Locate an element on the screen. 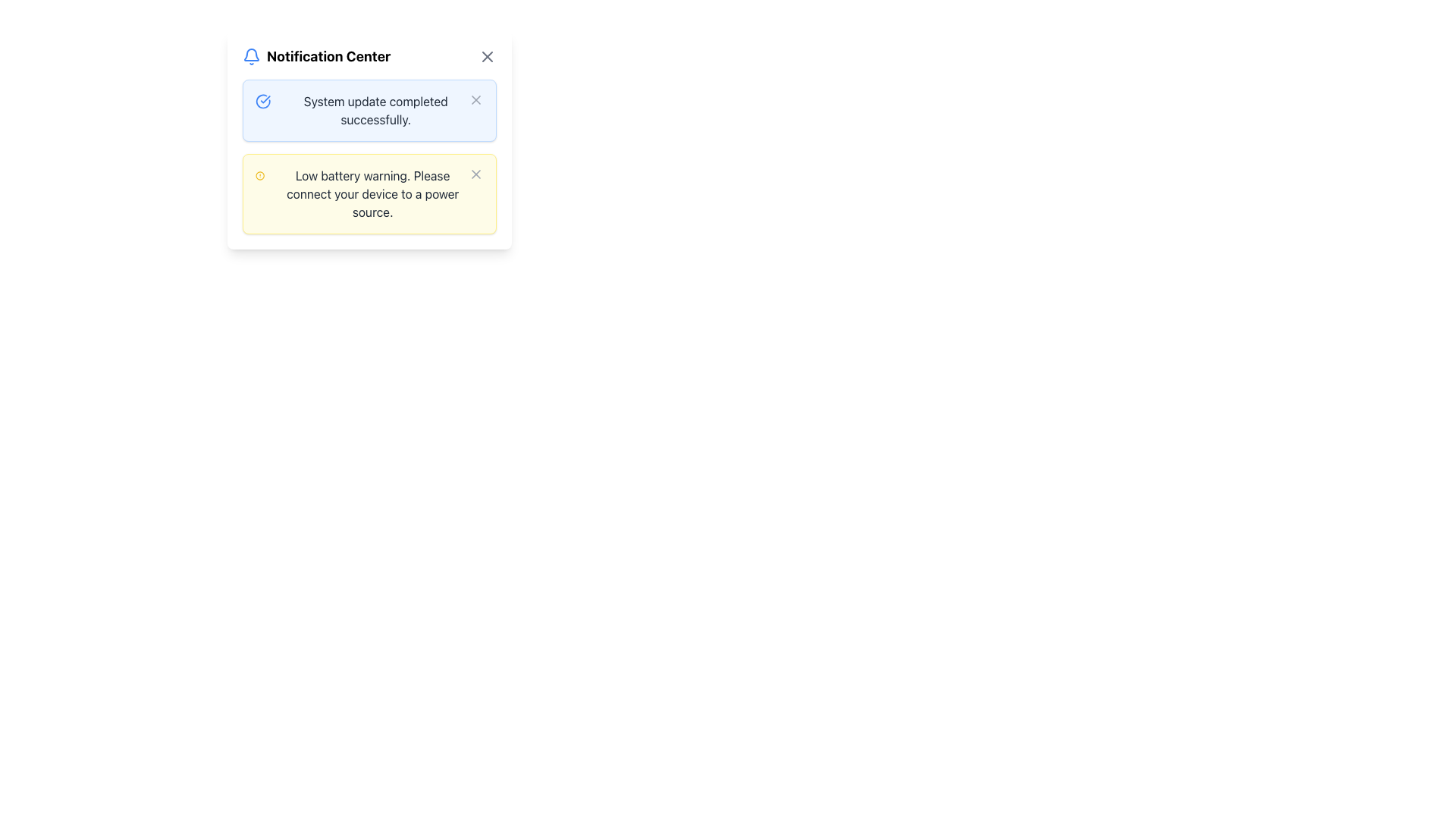 The height and width of the screenshot is (819, 1456). the checkmark icon indicating a completed status within the top notification about 'System update completed successfully.' is located at coordinates (265, 99).